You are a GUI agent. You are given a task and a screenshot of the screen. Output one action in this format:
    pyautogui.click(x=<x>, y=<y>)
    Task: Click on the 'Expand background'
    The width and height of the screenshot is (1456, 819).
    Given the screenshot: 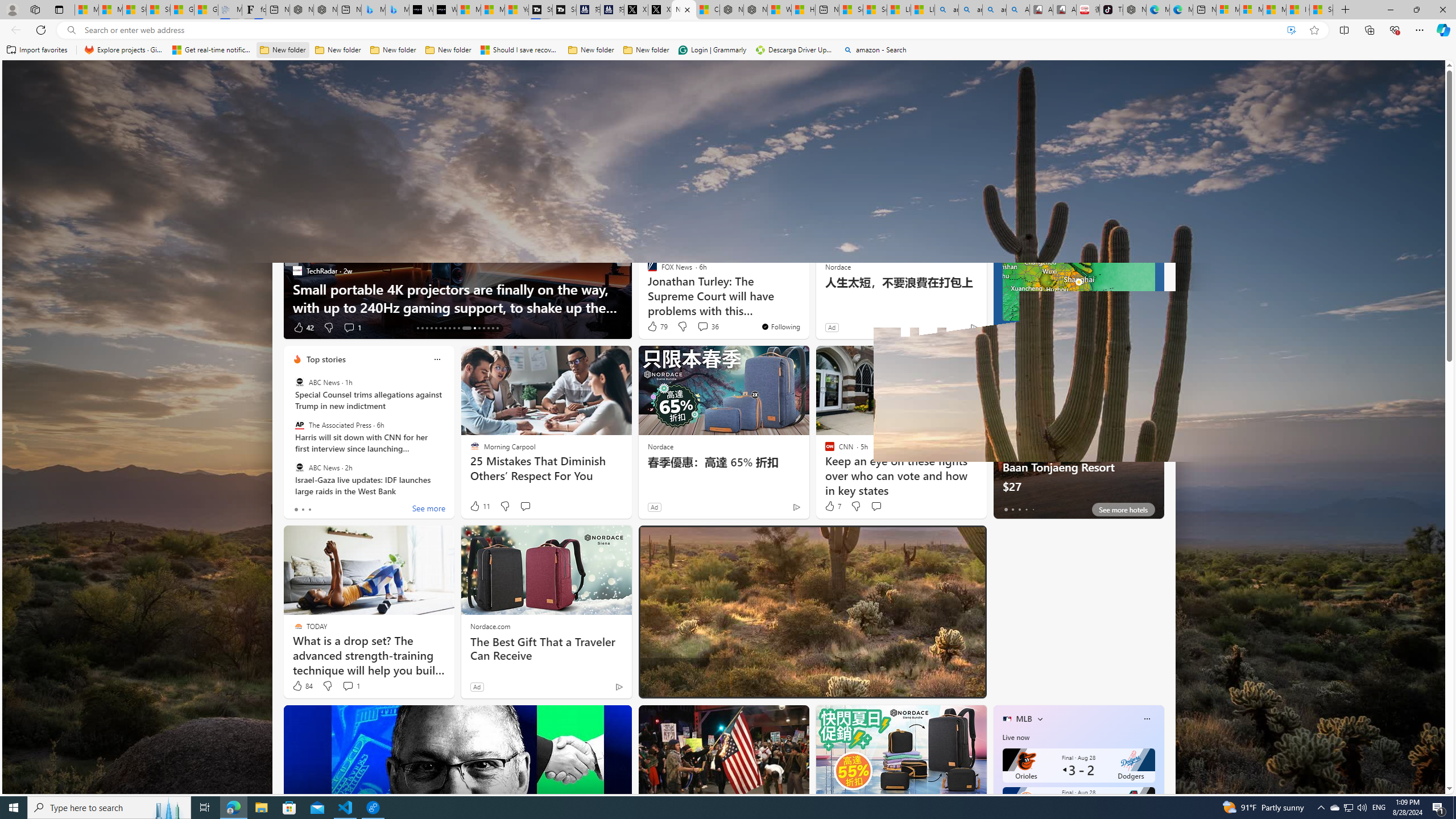 What is the action you would take?
    pyautogui.click(x=1430, y=756)
    